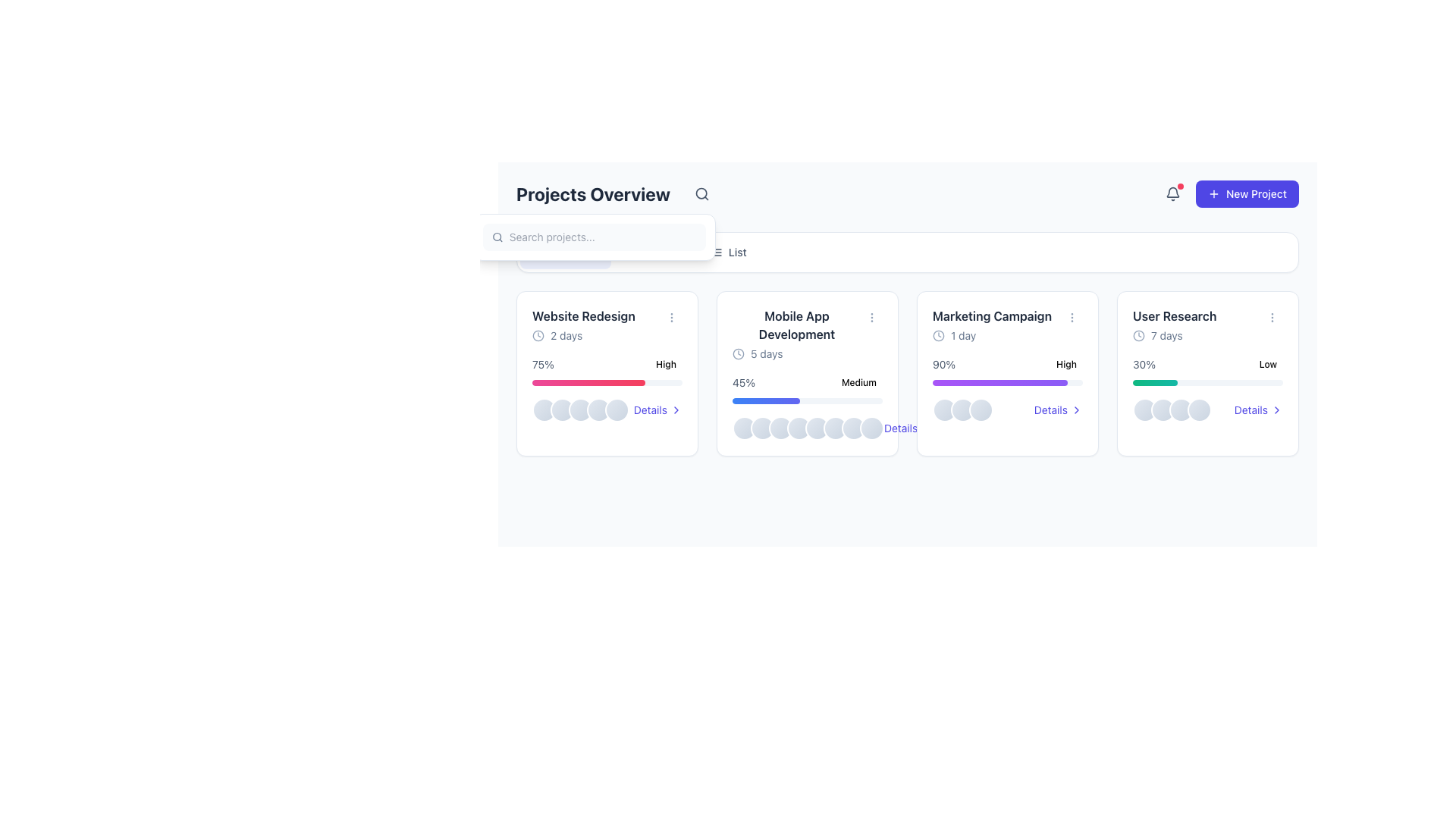 This screenshot has height=819, width=1456. I want to click on the notification bell icon, which is gray and accompanied by a red badge indicating unread notifications, so click(1172, 193).